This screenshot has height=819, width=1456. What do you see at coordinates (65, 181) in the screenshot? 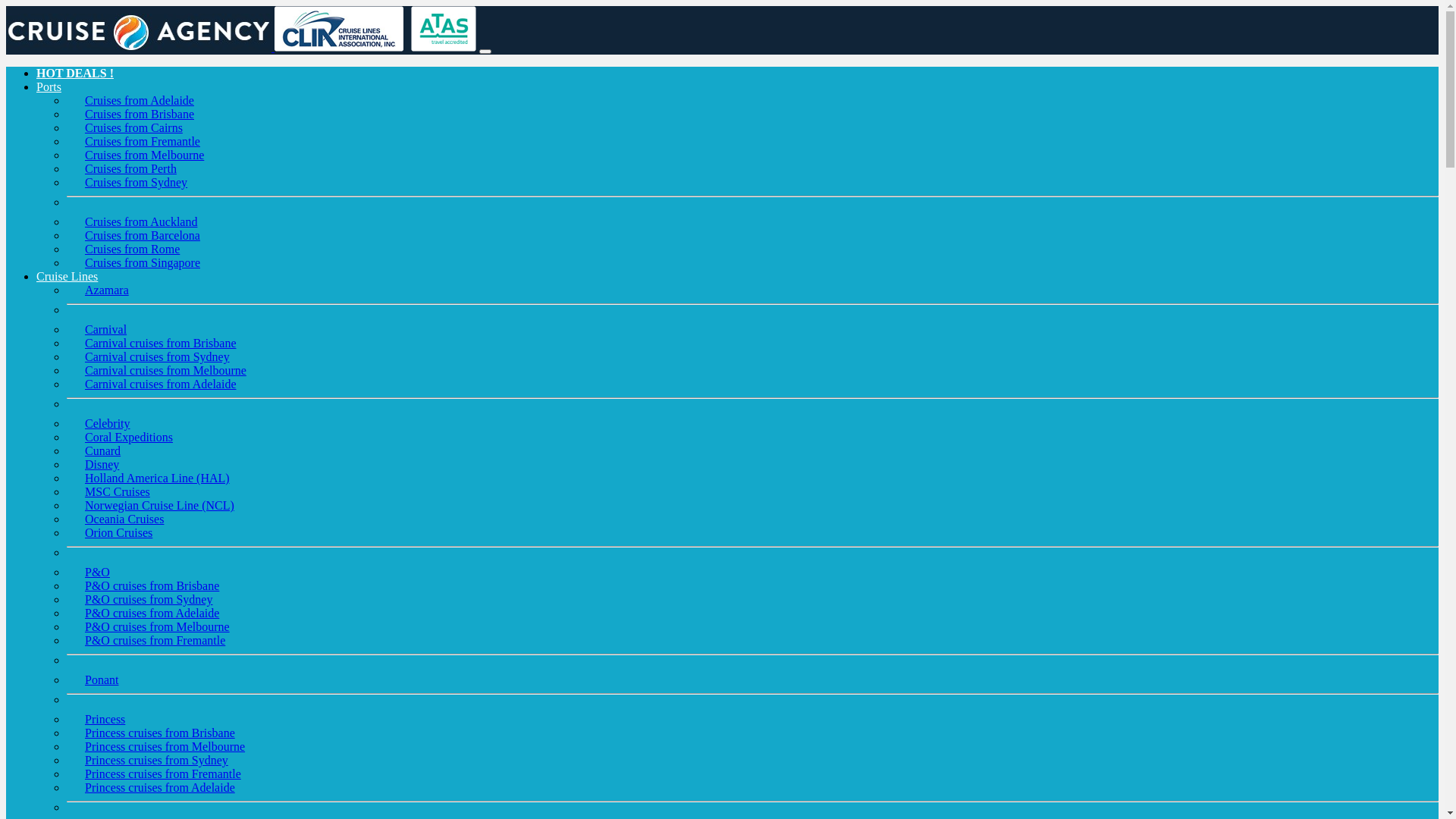
I see `'Cruises from Sydney'` at bounding box center [65, 181].